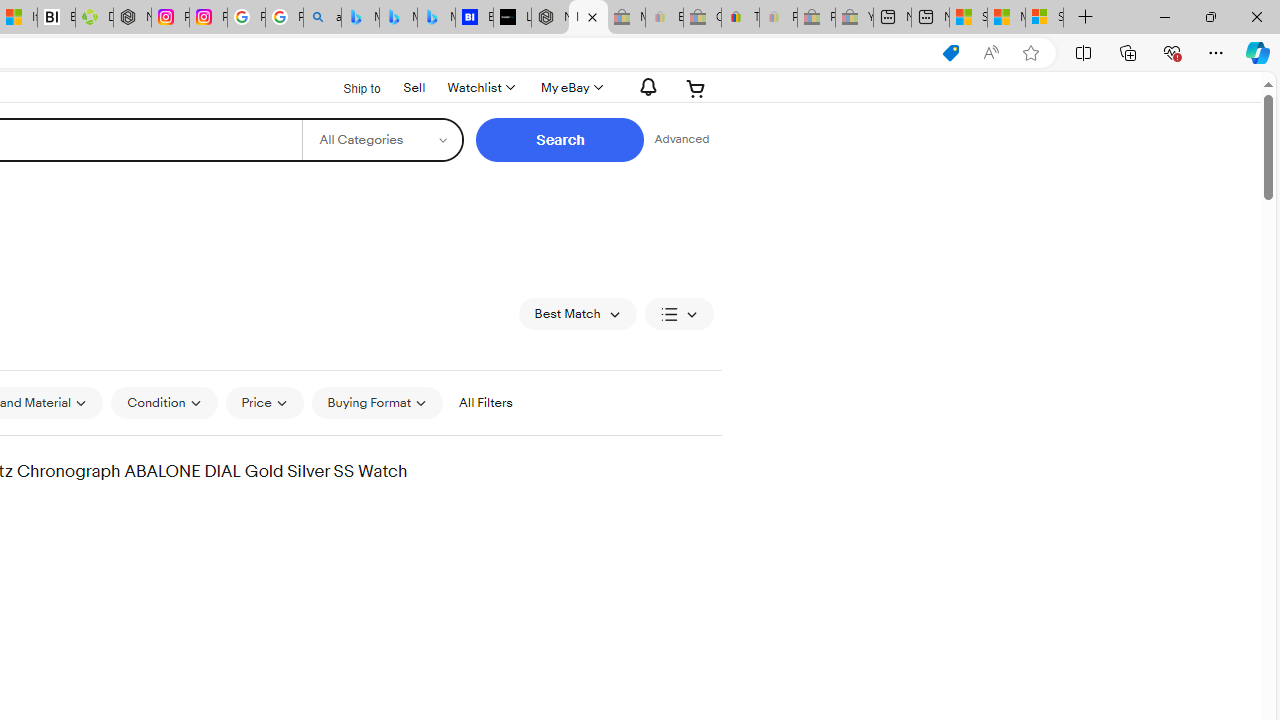 The width and height of the screenshot is (1280, 720). Describe the element at coordinates (485, 403) in the screenshot. I see `'All Filters'` at that location.